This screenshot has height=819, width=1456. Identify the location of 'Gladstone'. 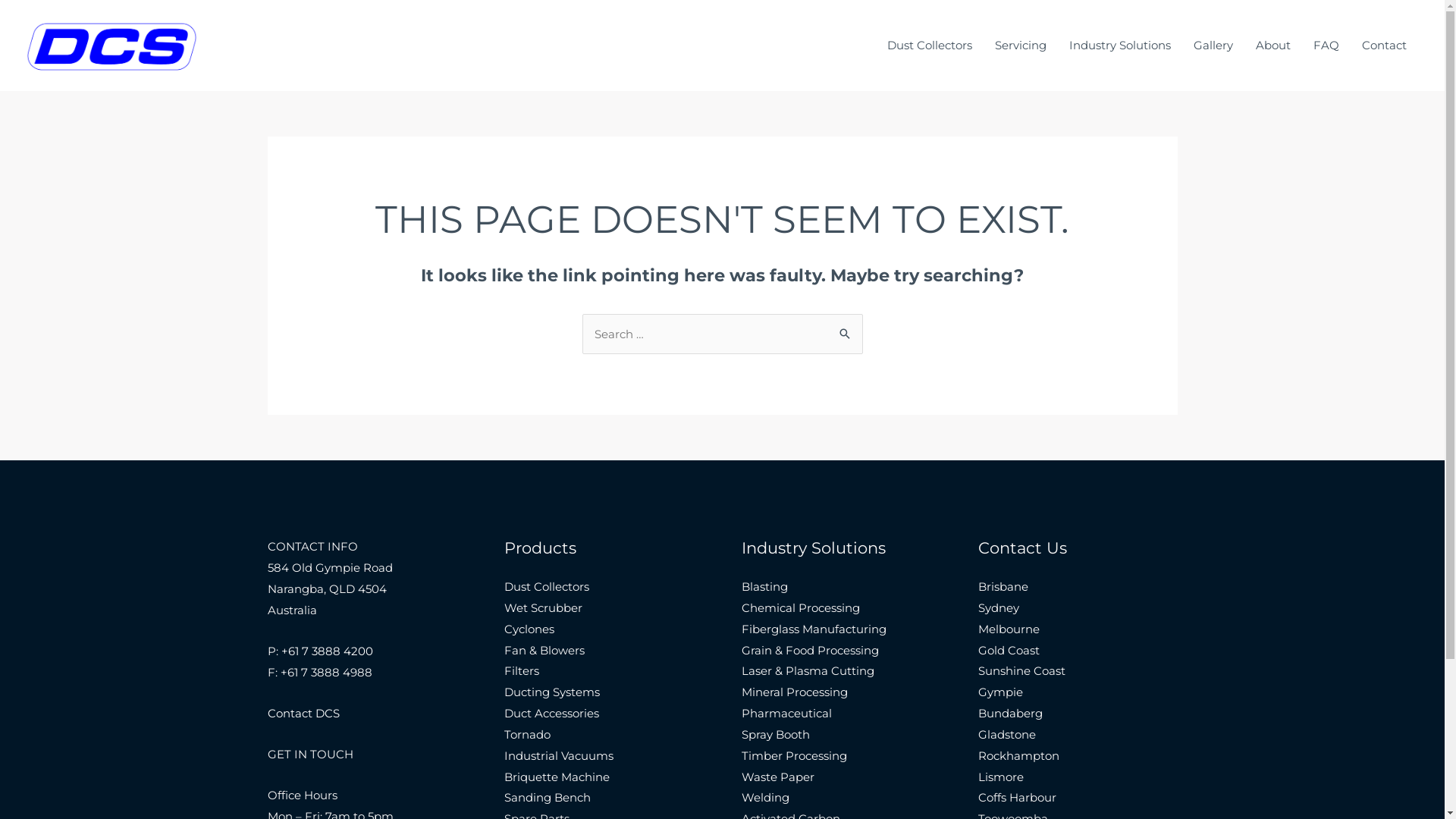
(1007, 733).